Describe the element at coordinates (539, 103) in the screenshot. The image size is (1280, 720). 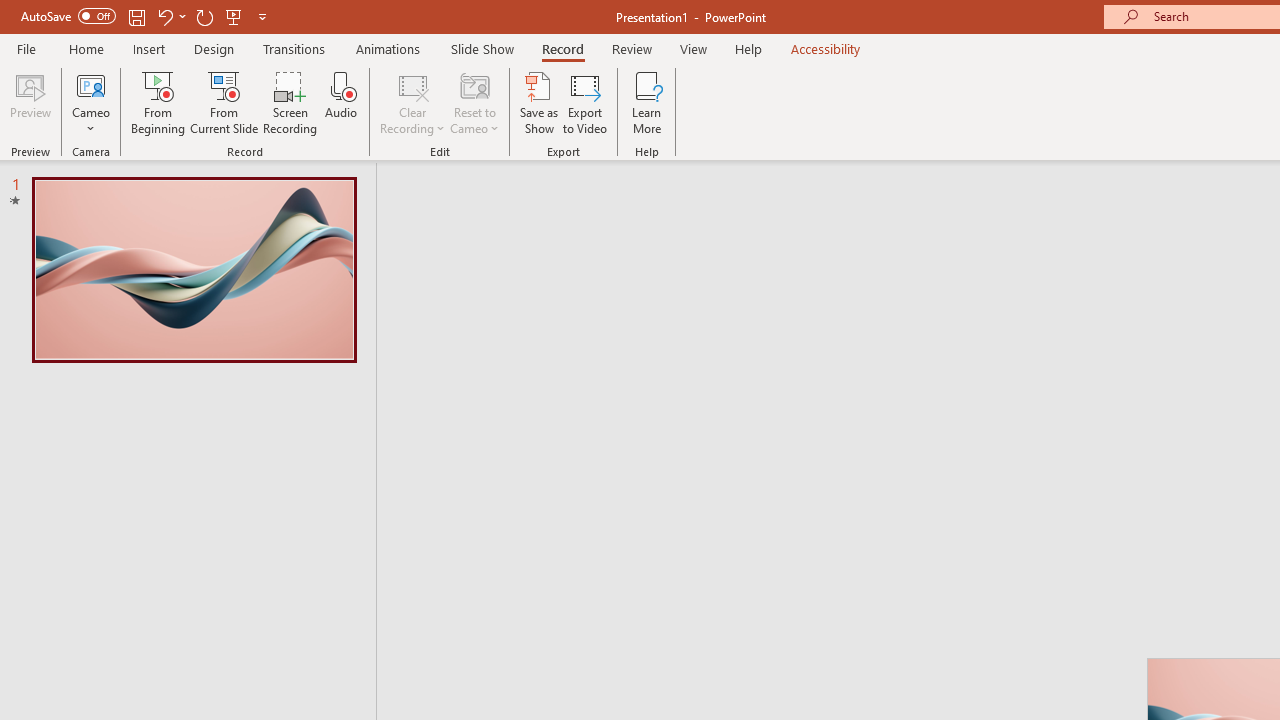
I see `'Save as Show'` at that location.